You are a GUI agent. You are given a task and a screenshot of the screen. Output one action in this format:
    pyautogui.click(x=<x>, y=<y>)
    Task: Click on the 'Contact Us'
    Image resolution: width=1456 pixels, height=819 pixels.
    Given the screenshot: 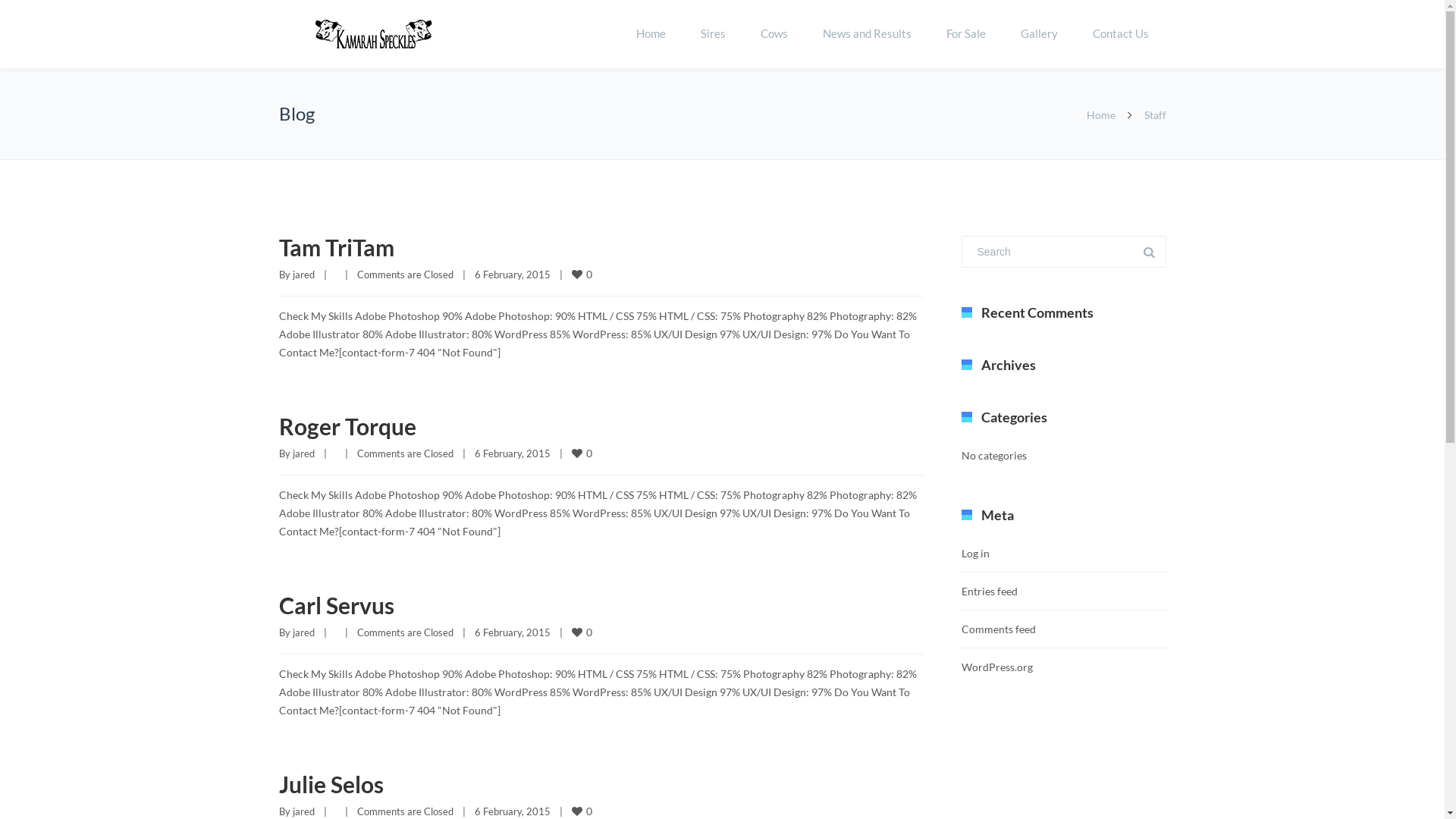 What is the action you would take?
    pyautogui.click(x=1121, y=34)
    